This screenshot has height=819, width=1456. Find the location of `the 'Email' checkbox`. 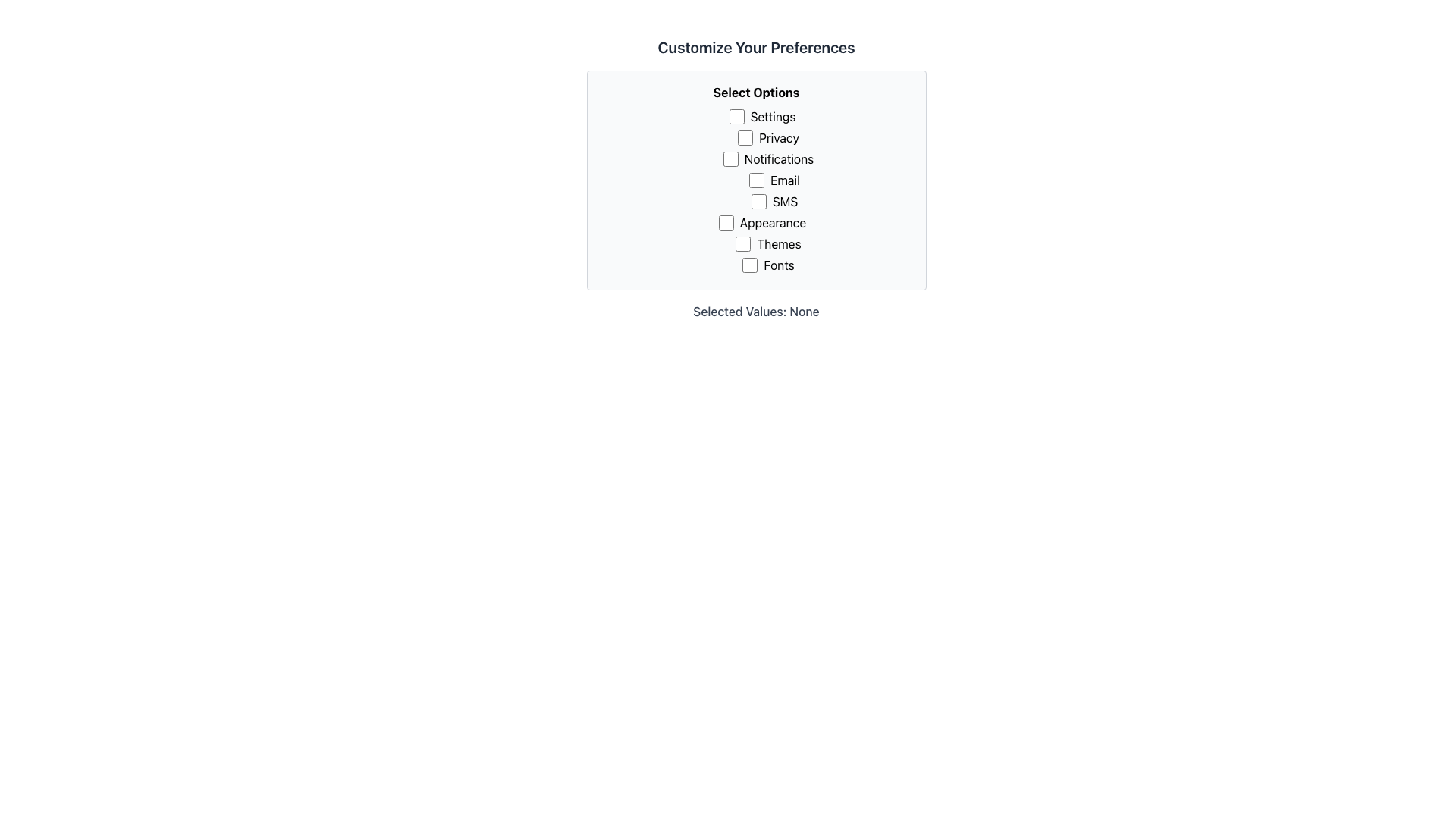

the 'Email' checkbox is located at coordinates (757, 180).